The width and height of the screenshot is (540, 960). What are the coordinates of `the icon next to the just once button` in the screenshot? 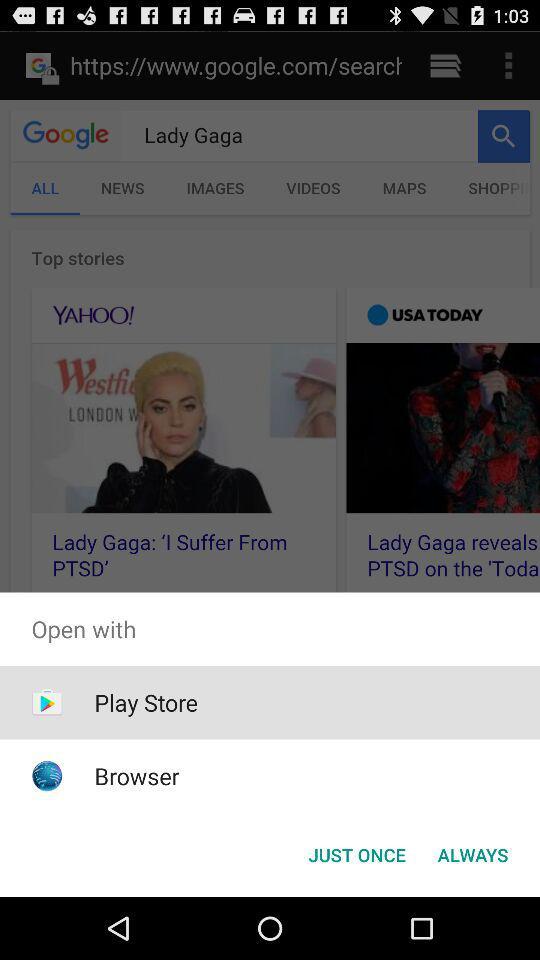 It's located at (472, 853).